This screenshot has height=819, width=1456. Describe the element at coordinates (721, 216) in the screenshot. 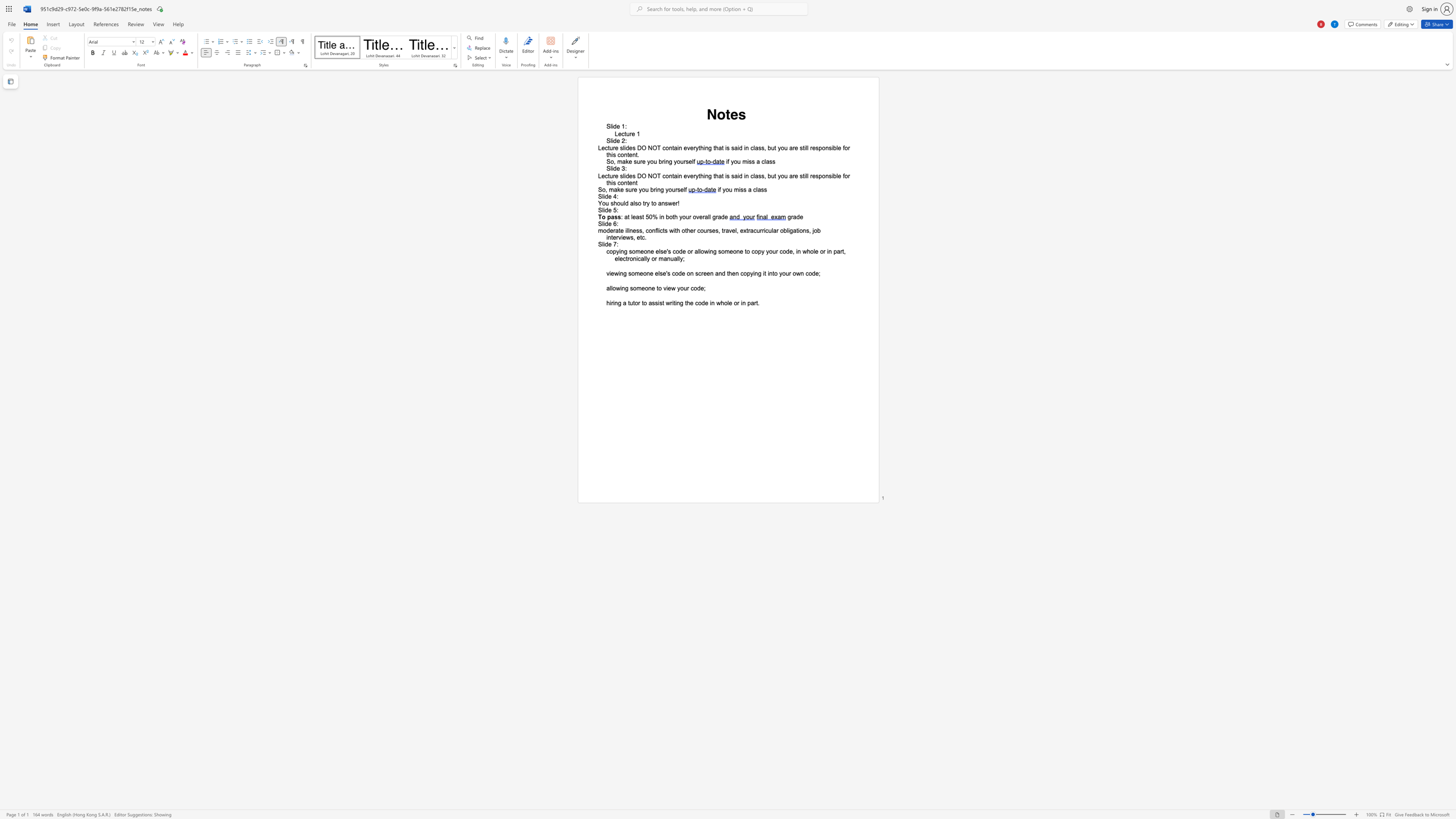

I see `the space between the continuous character "a" and "d" in the text` at that location.